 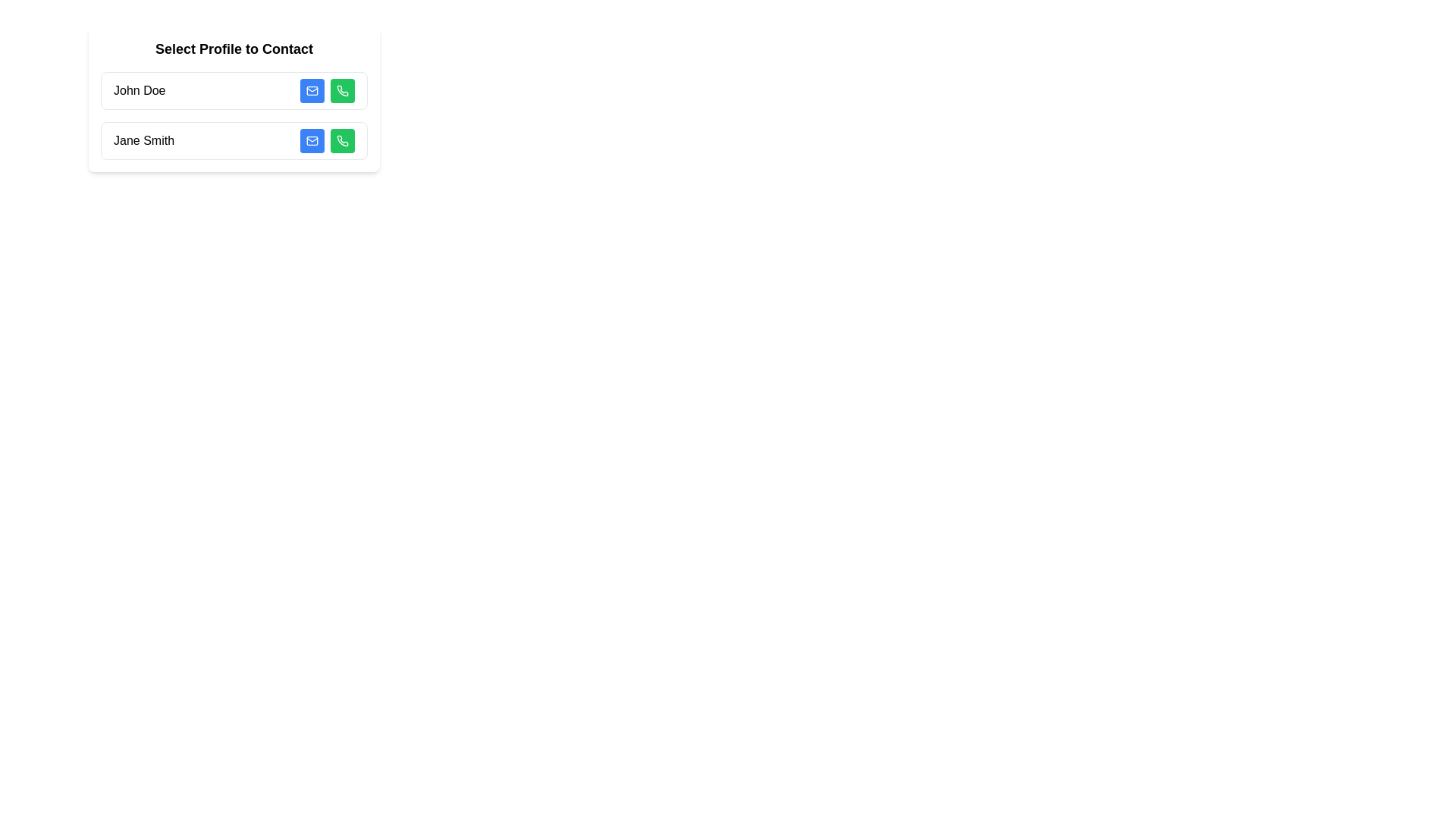 What do you see at coordinates (312, 140) in the screenshot?
I see `the button that initiates a mail or messaging action for 'Jane Smith', located next to a green button in the profile card` at bounding box center [312, 140].